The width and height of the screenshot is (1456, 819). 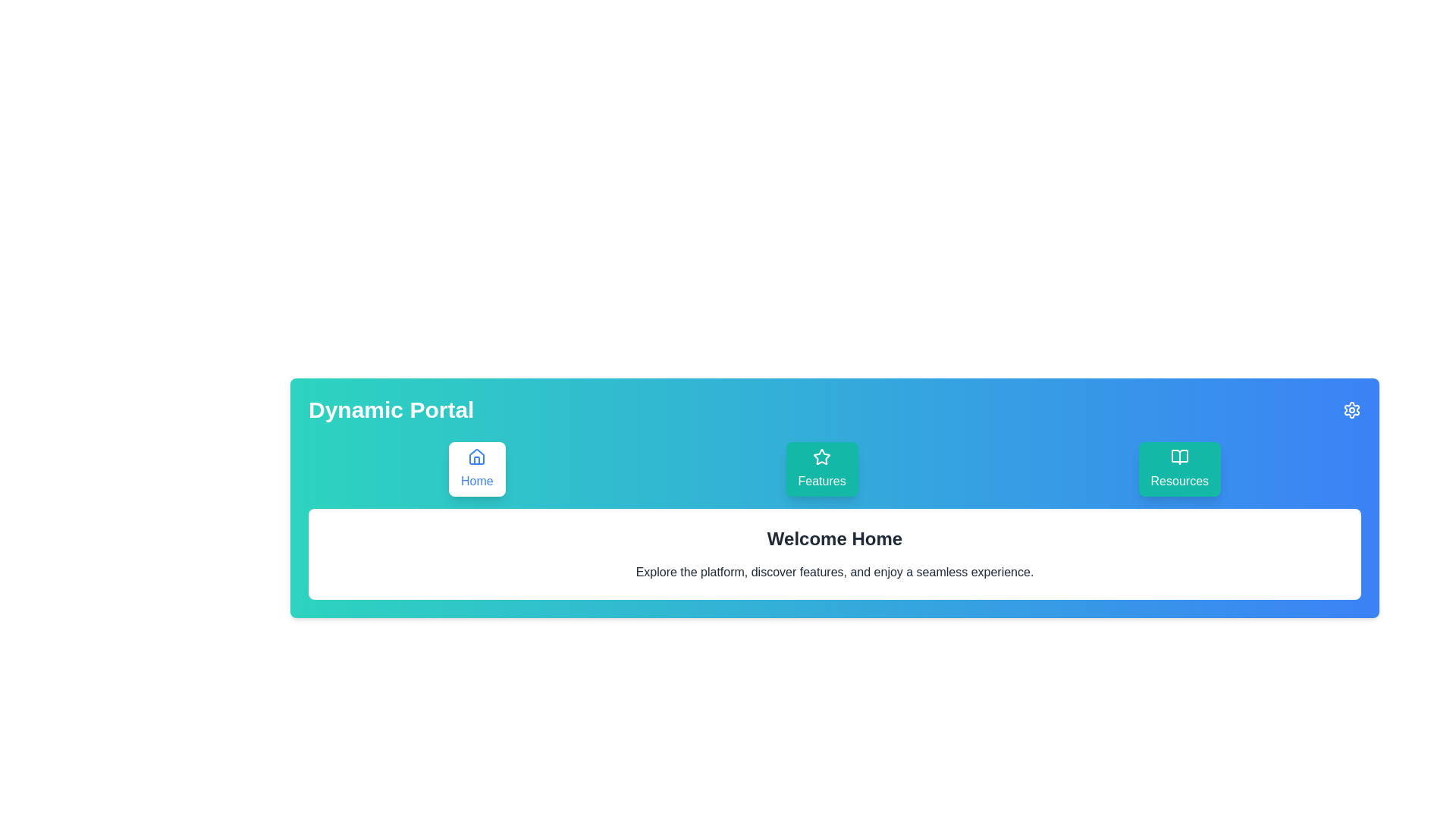 I want to click on the teal star-shaped icon with a white border located within the central 'Features' button, so click(x=821, y=456).